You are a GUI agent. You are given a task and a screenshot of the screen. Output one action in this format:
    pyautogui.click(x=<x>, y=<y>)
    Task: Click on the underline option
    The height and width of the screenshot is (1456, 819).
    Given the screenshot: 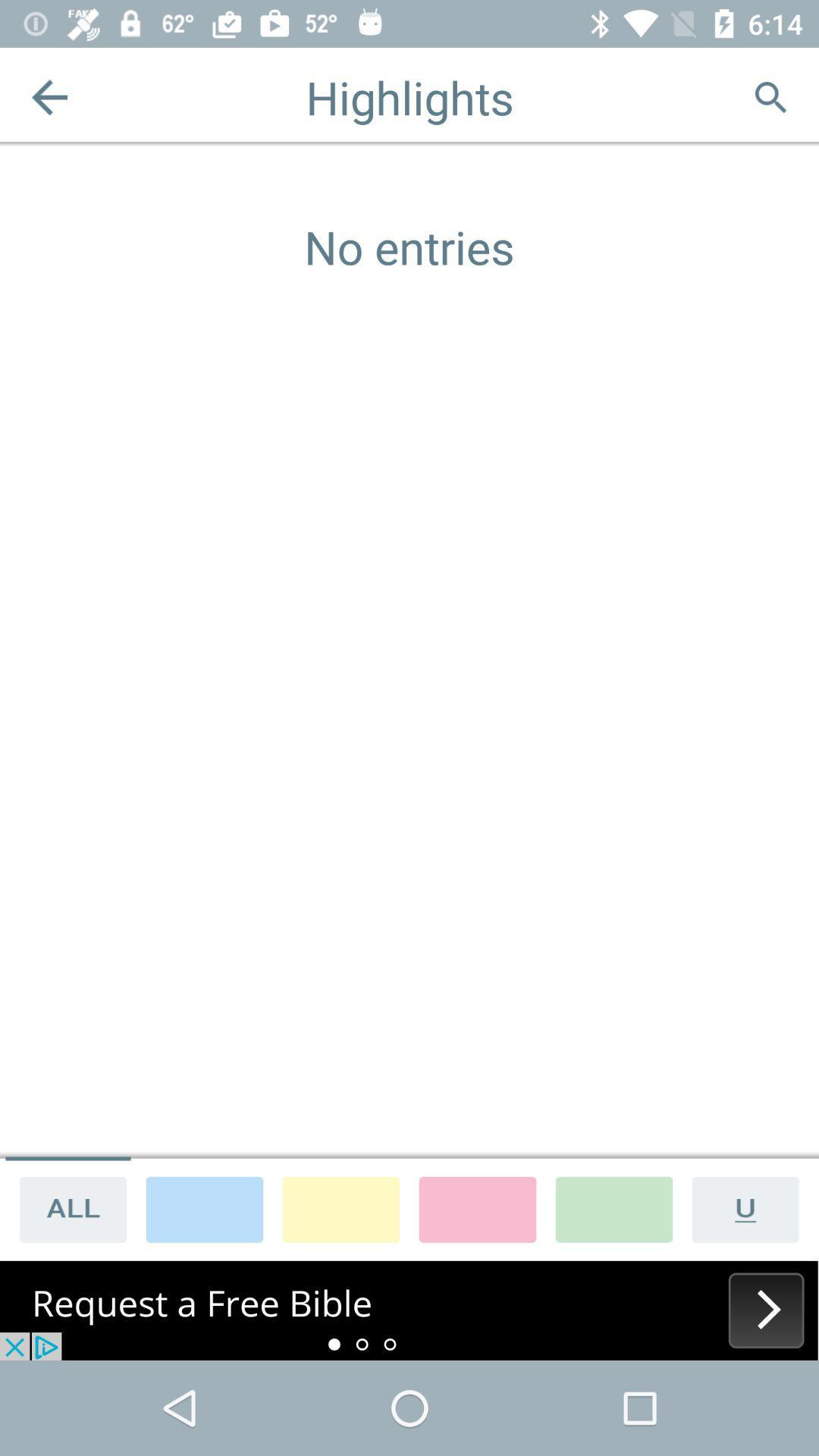 What is the action you would take?
    pyautogui.click(x=751, y=1208)
    